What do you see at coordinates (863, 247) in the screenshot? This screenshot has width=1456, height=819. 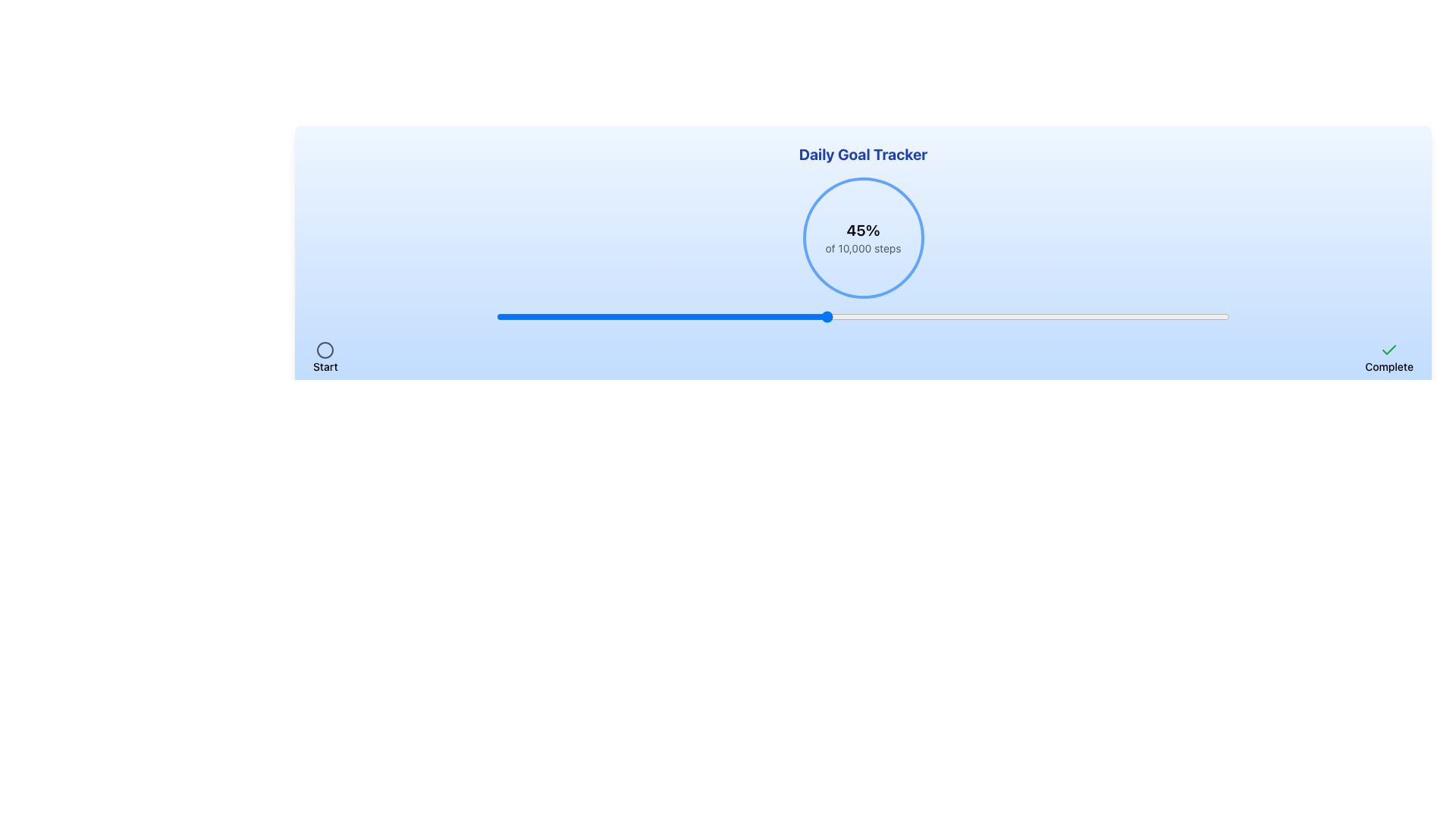 I see `text label displaying 'of 10,000 steps' located below the '45%' text within the 'Daily Goal Tracker' section` at bounding box center [863, 247].